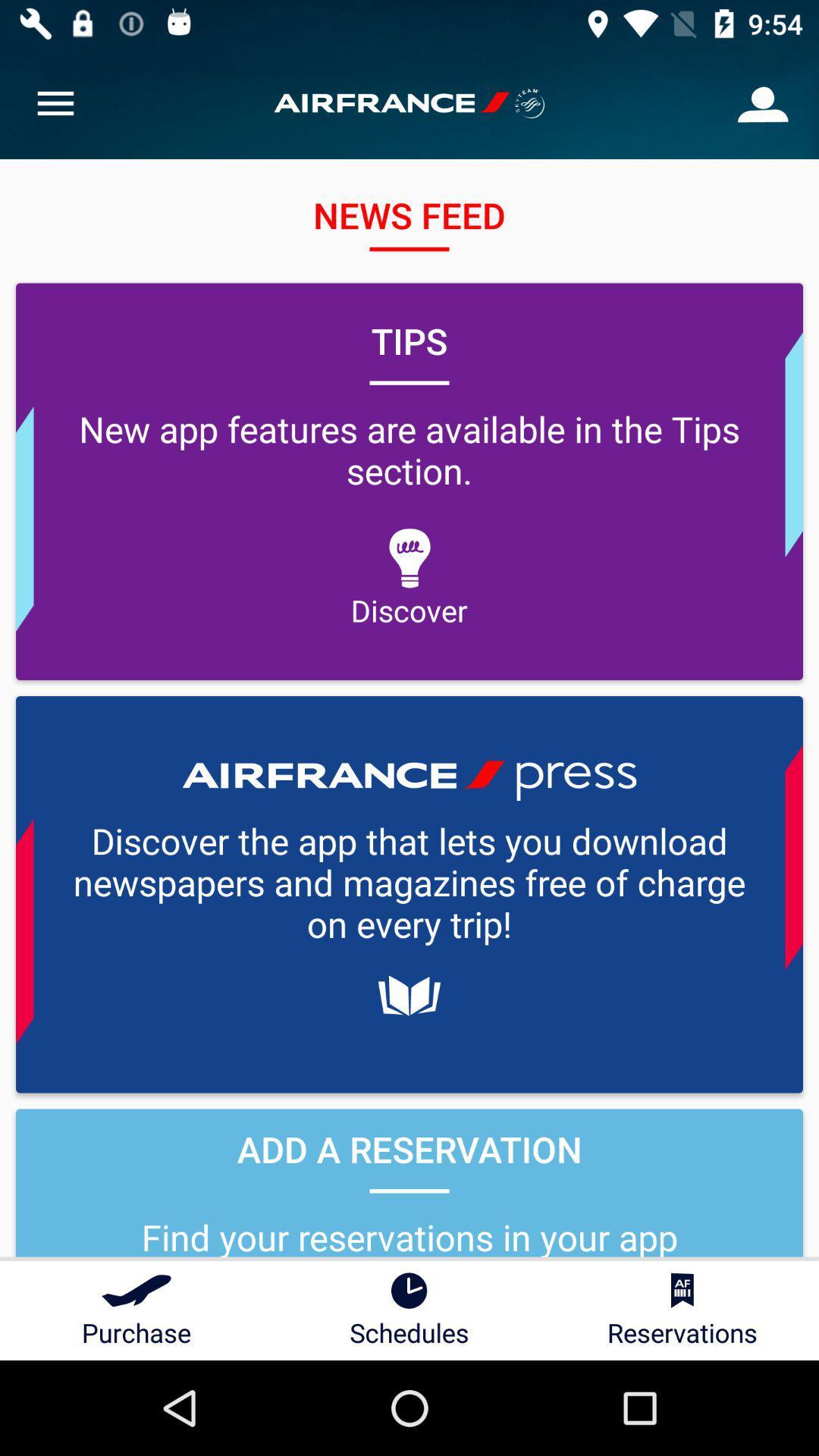 This screenshot has height=1456, width=819. Describe the element at coordinates (763, 102) in the screenshot. I see `the icon above the tips icon` at that location.